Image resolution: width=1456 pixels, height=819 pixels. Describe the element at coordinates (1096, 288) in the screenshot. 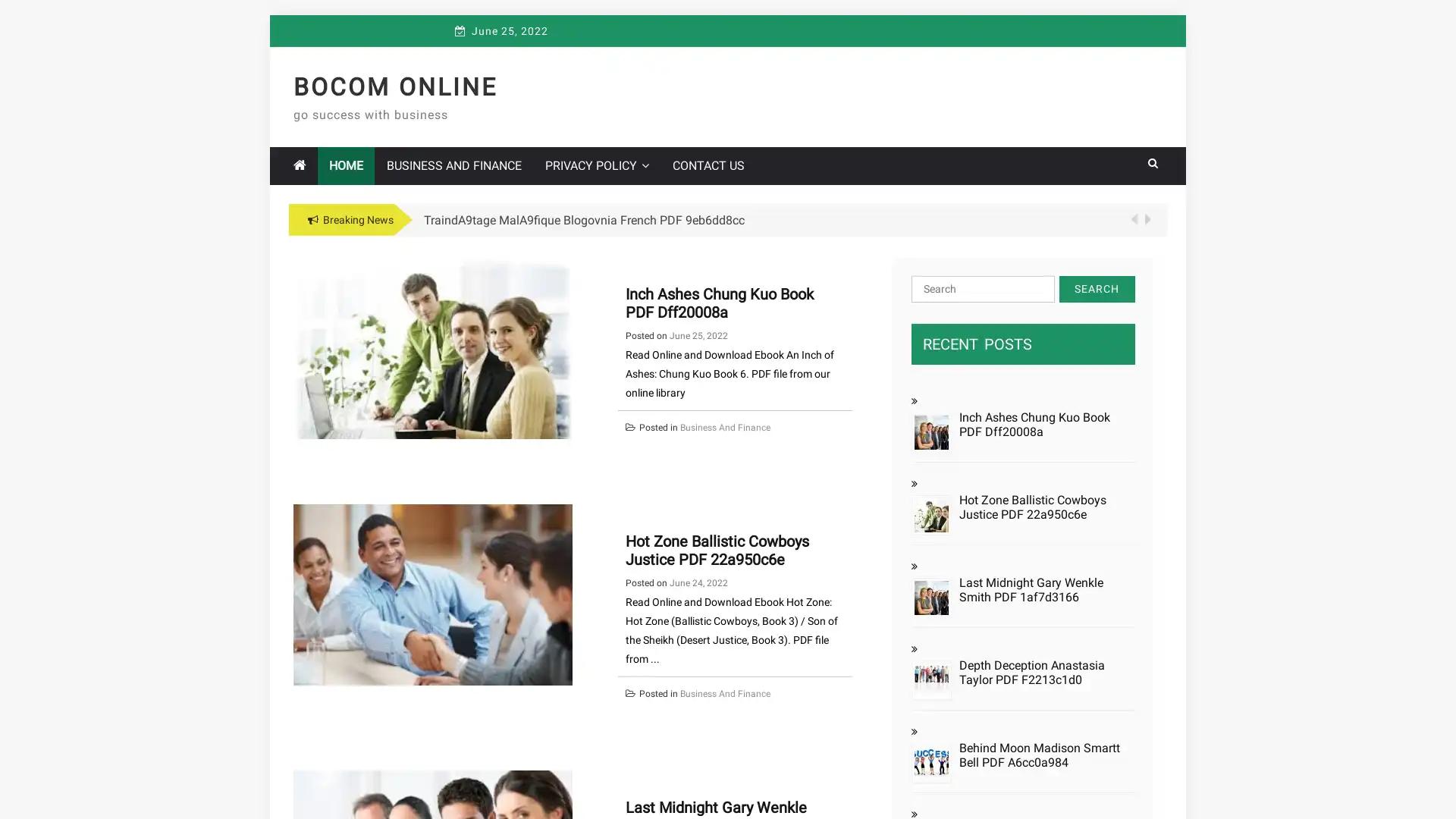

I see `Search` at that location.